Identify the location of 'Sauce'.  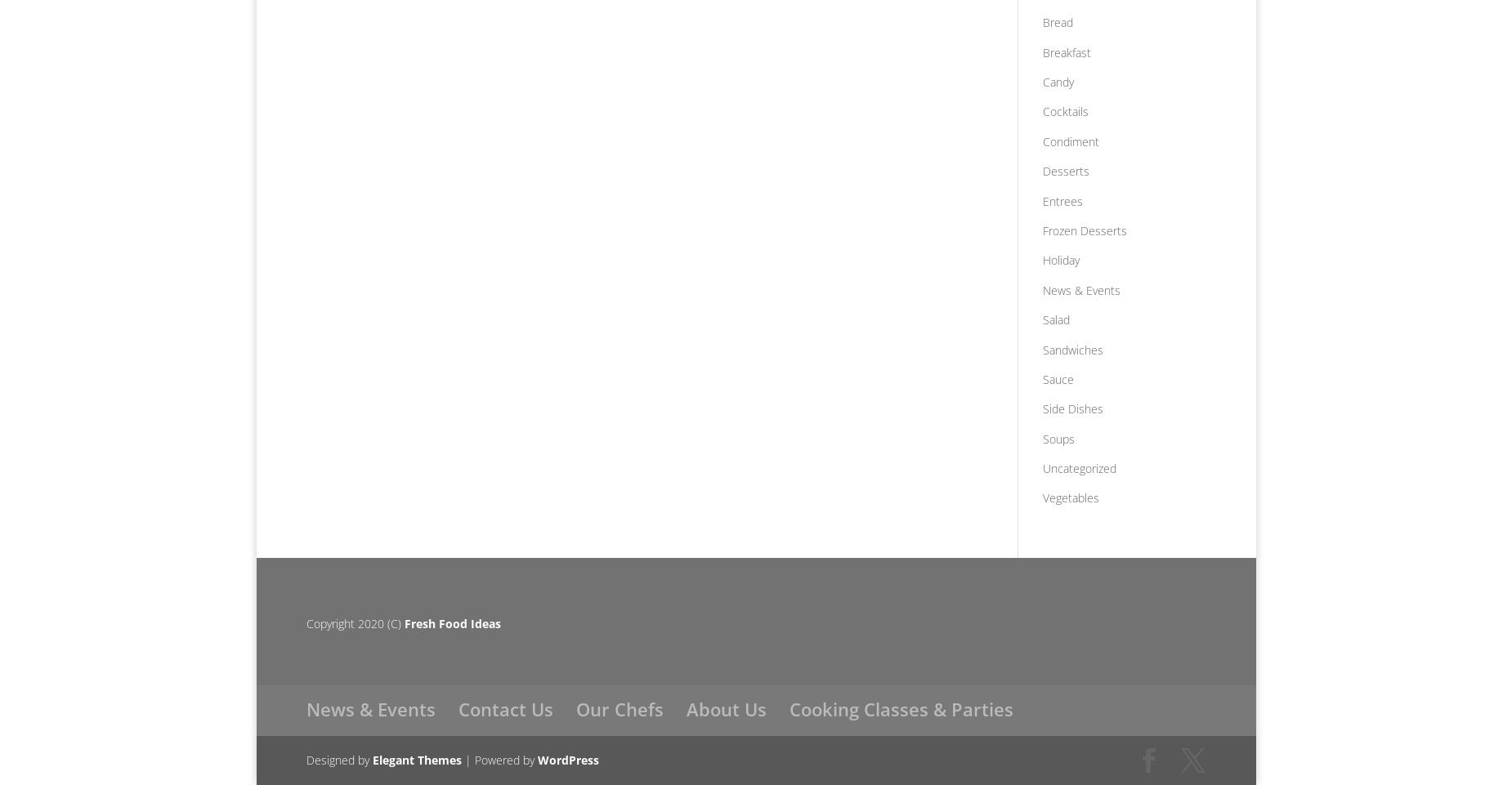
(1057, 377).